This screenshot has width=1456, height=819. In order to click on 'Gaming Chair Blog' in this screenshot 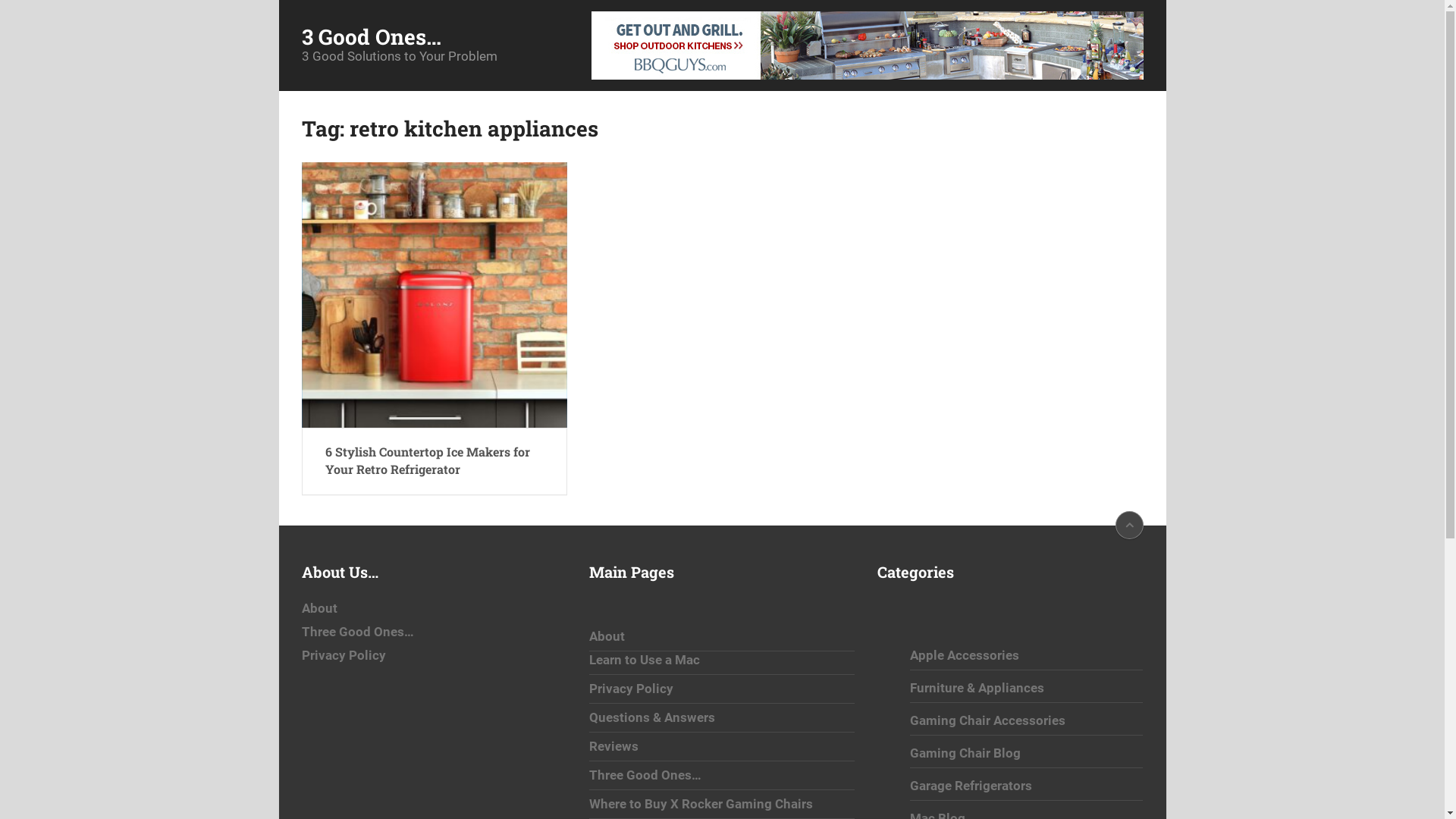, I will do `click(964, 752)`.